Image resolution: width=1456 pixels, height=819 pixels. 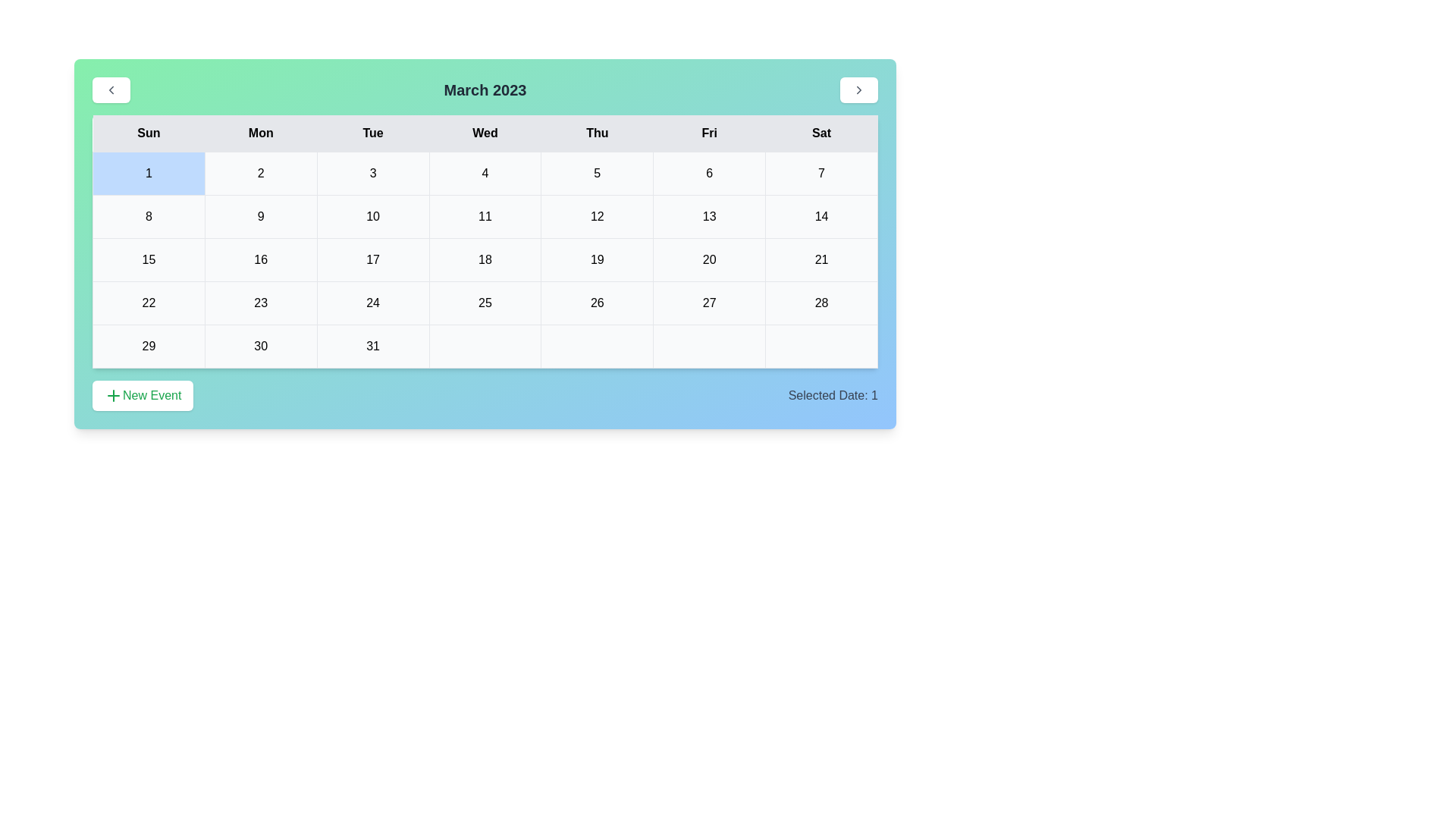 What do you see at coordinates (821, 216) in the screenshot?
I see `the cell representing the date 14 in the calendar` at bounding box center [821, 216].